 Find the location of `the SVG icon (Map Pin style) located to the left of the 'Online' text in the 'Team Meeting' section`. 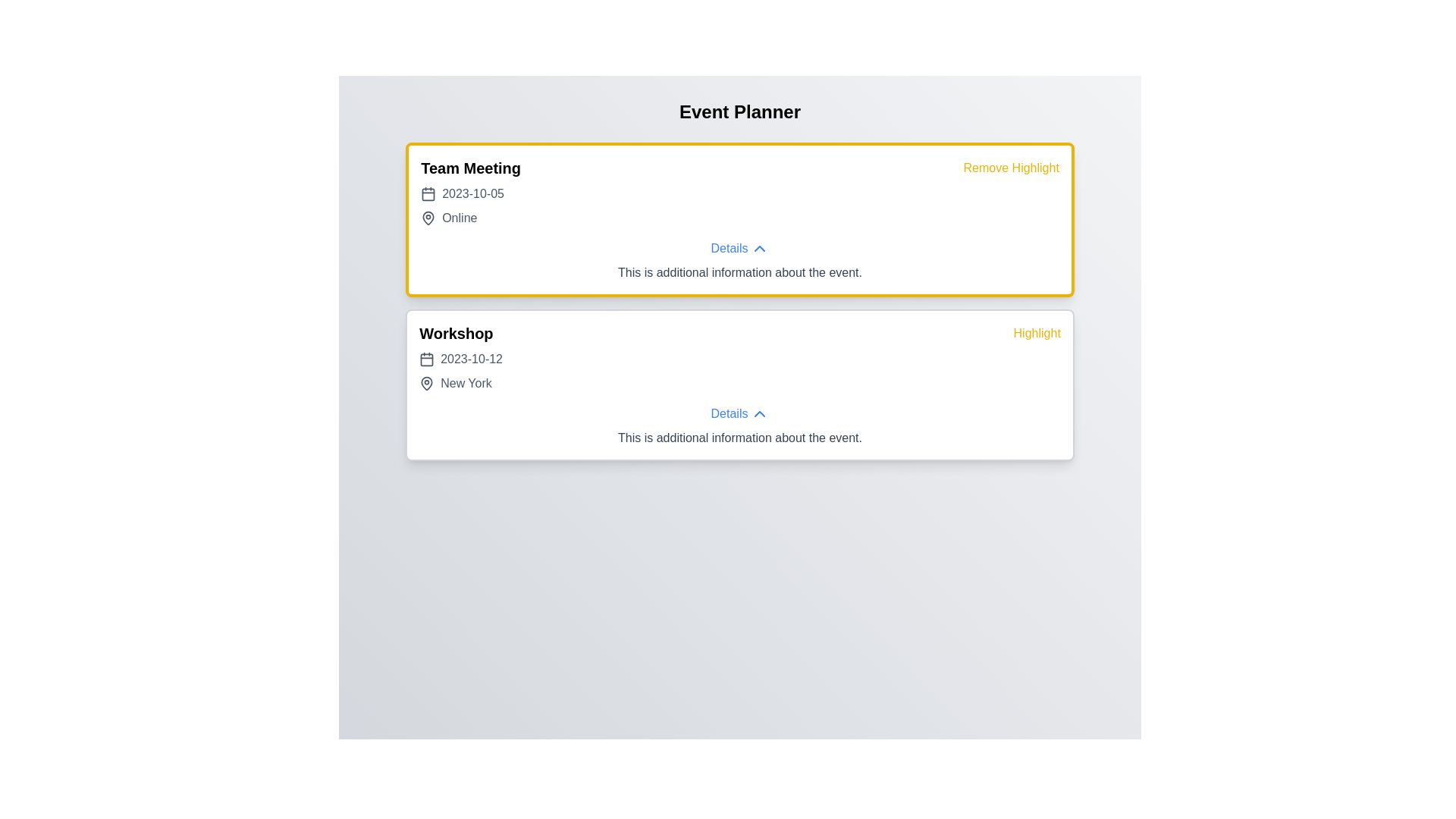

the SVG icon (Map Pin style) located to the left of the 'Online' text in the 'Team Meeting' section is located at coordinates (428, 218).